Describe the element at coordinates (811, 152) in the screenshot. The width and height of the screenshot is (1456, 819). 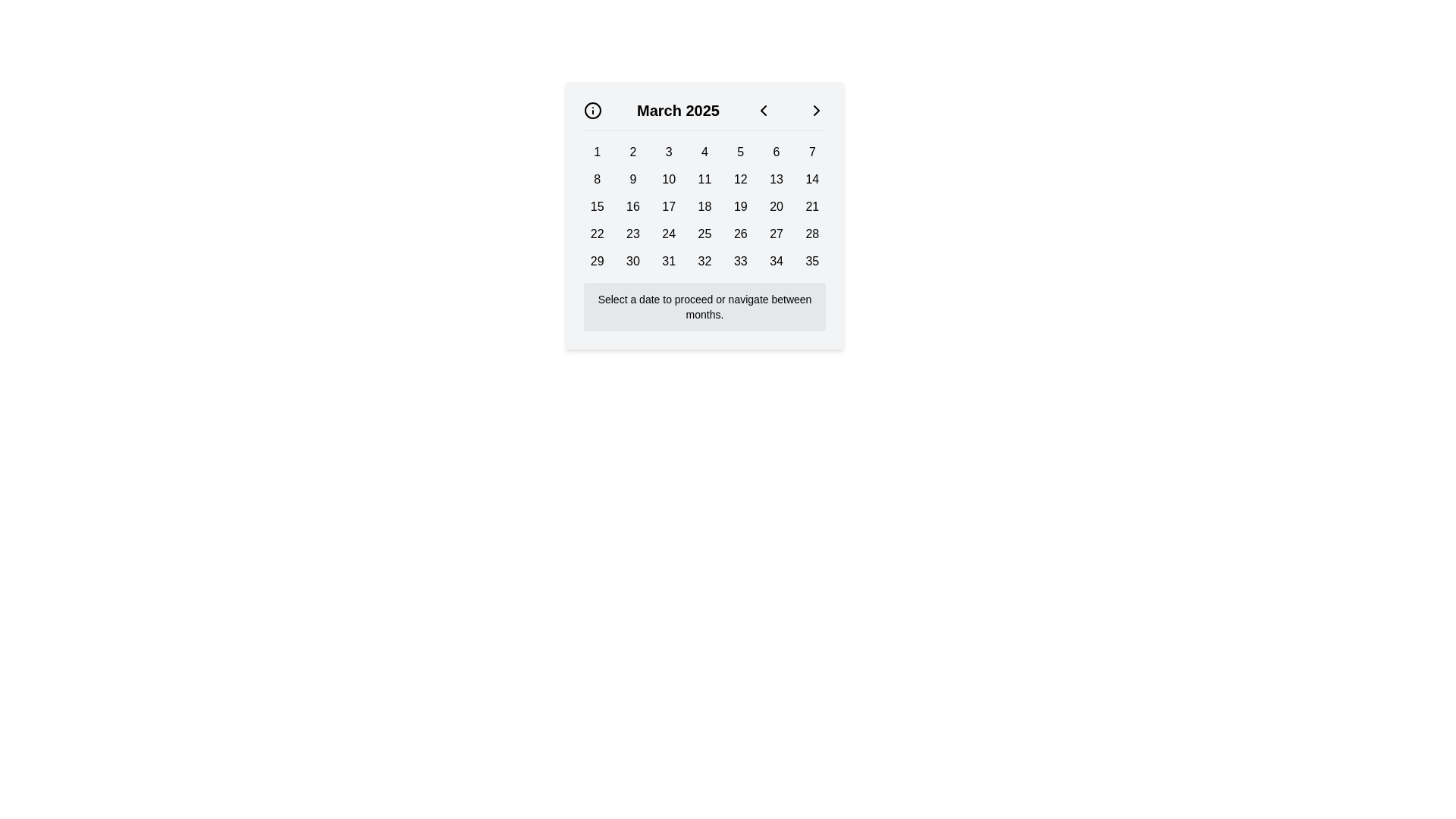
I see `the 7th day button in the upper-right corner of the first row of the calendar grid` at that location.